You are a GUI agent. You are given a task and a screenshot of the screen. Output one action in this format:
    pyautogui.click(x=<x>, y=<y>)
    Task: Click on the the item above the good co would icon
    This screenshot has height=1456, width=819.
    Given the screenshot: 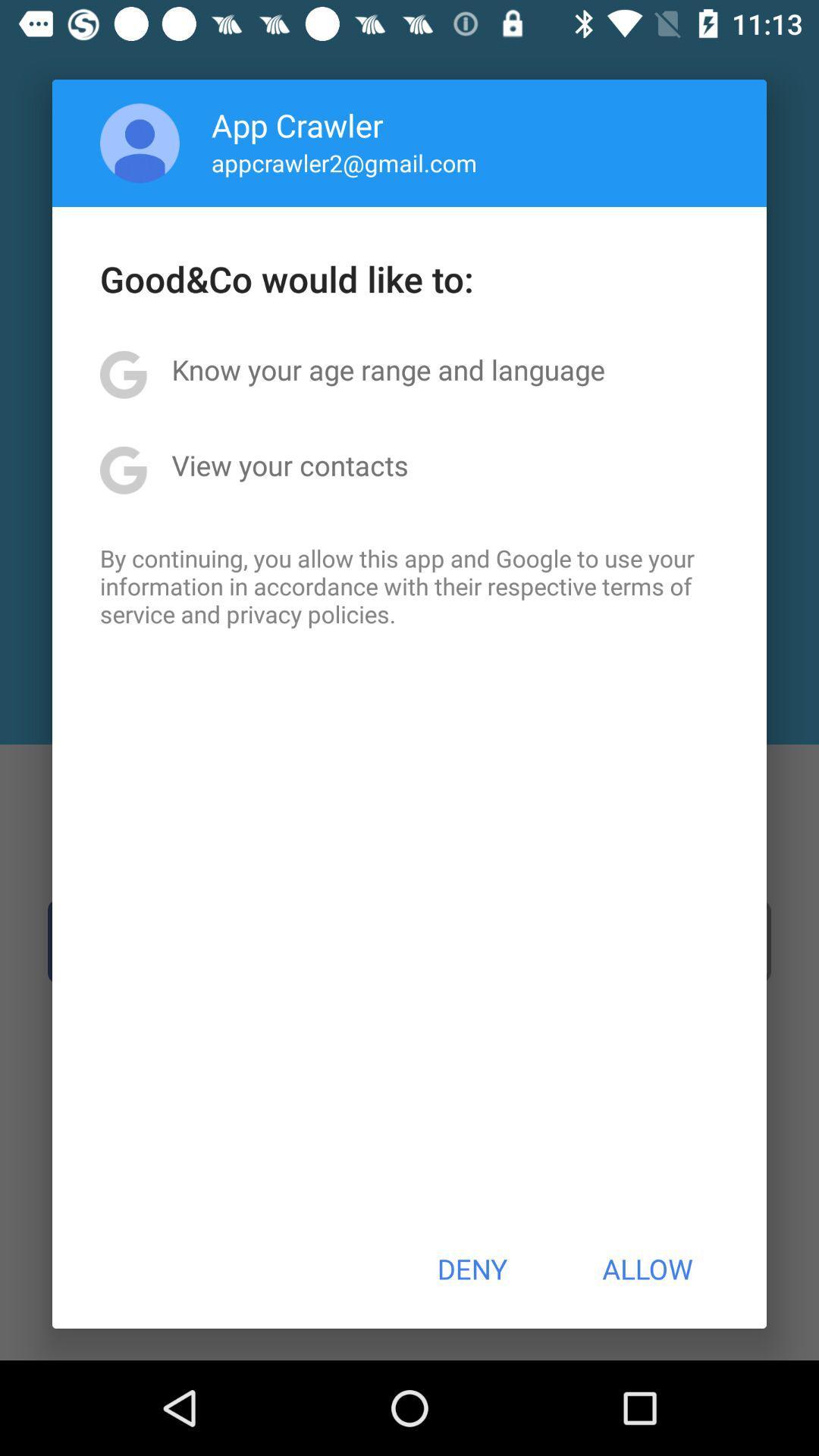 What is the action you would take?
    pyautogui.click(x=344, y=162)
    